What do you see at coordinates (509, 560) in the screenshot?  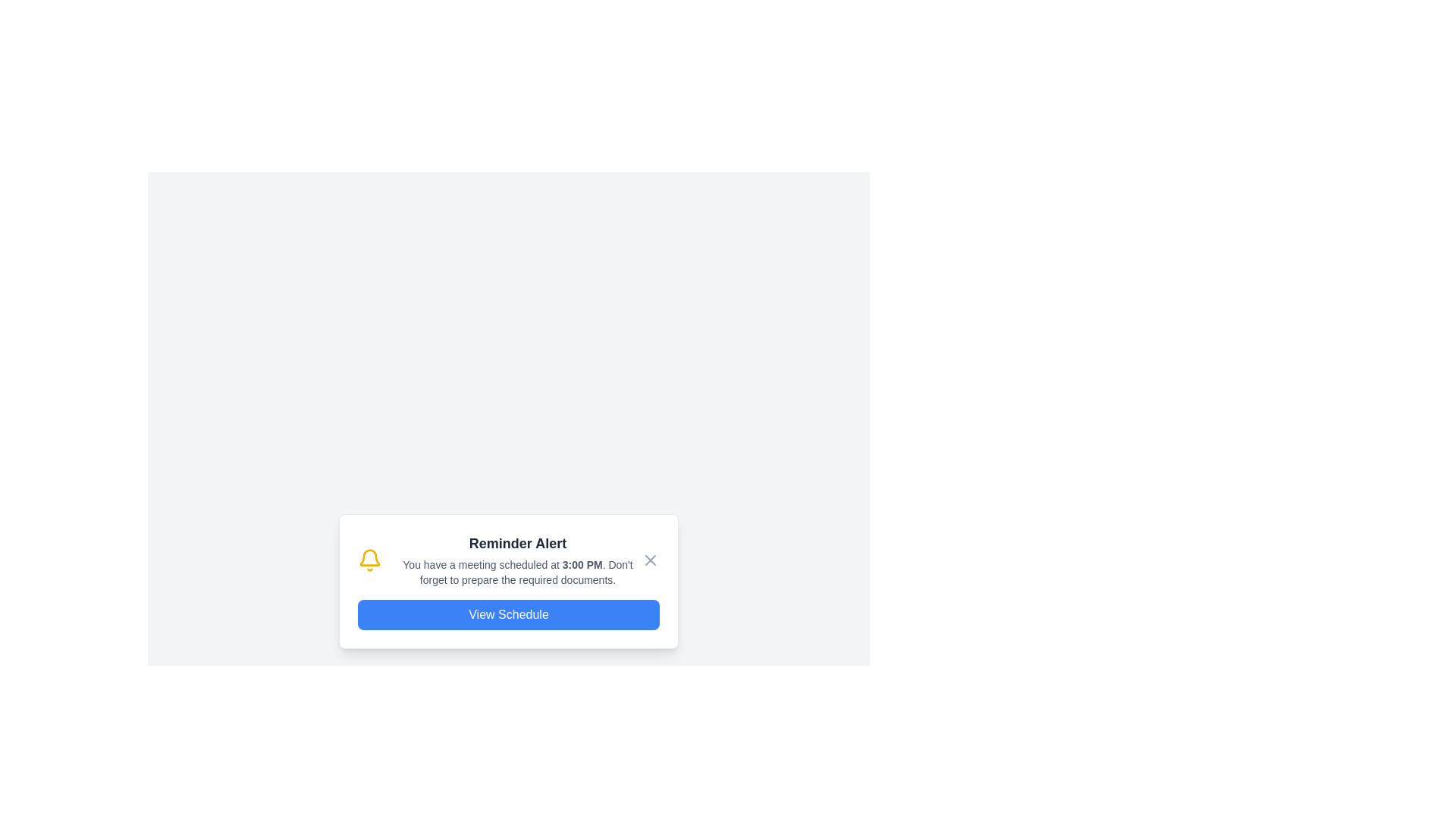 I see `the Notification panel that alerts the user about a scheduled meeting, which includes a close button for dismissal` at bounding box center [509, 560].